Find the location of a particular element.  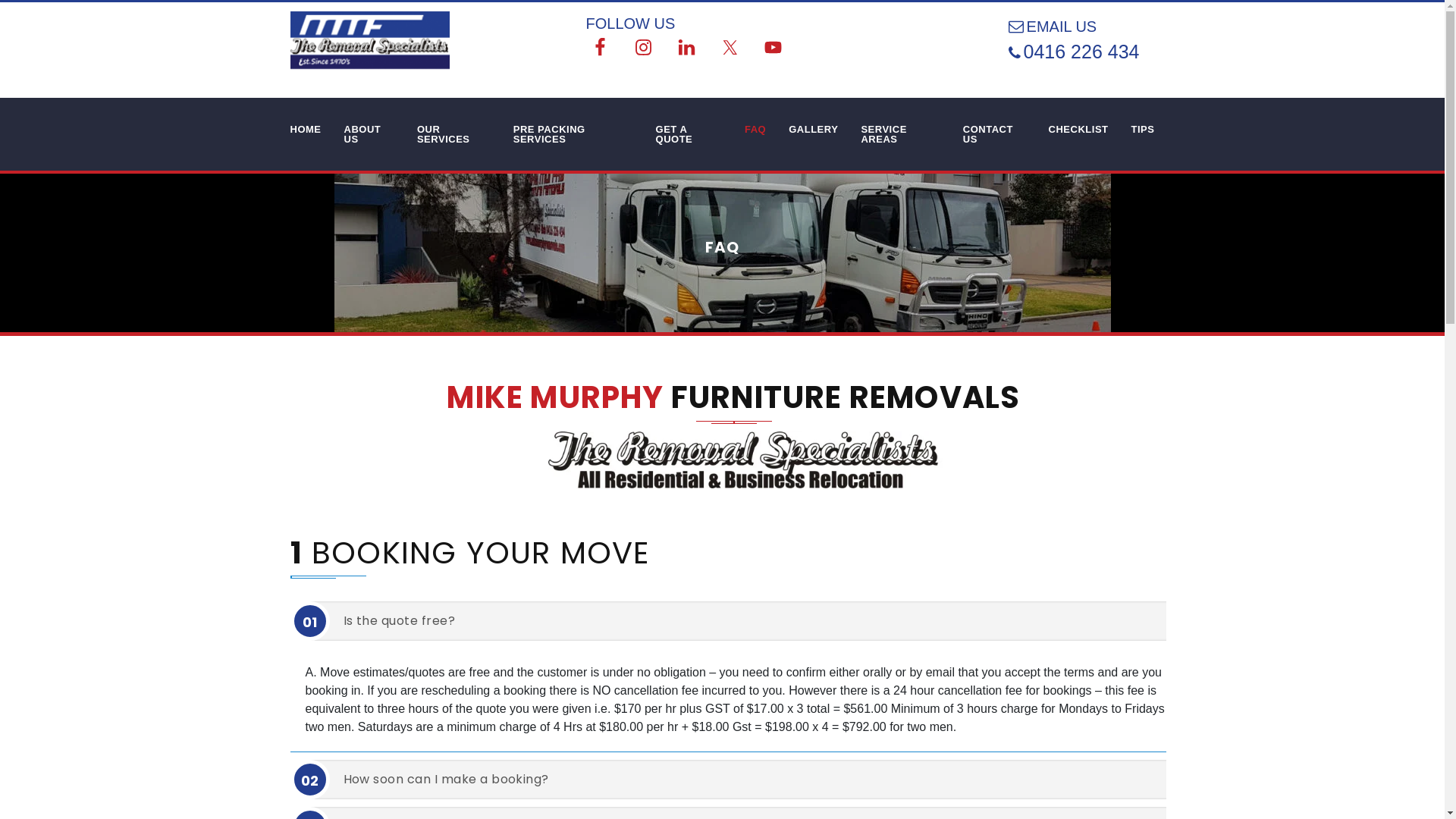

'ABOUT US' is located at coordinates (369, 133).